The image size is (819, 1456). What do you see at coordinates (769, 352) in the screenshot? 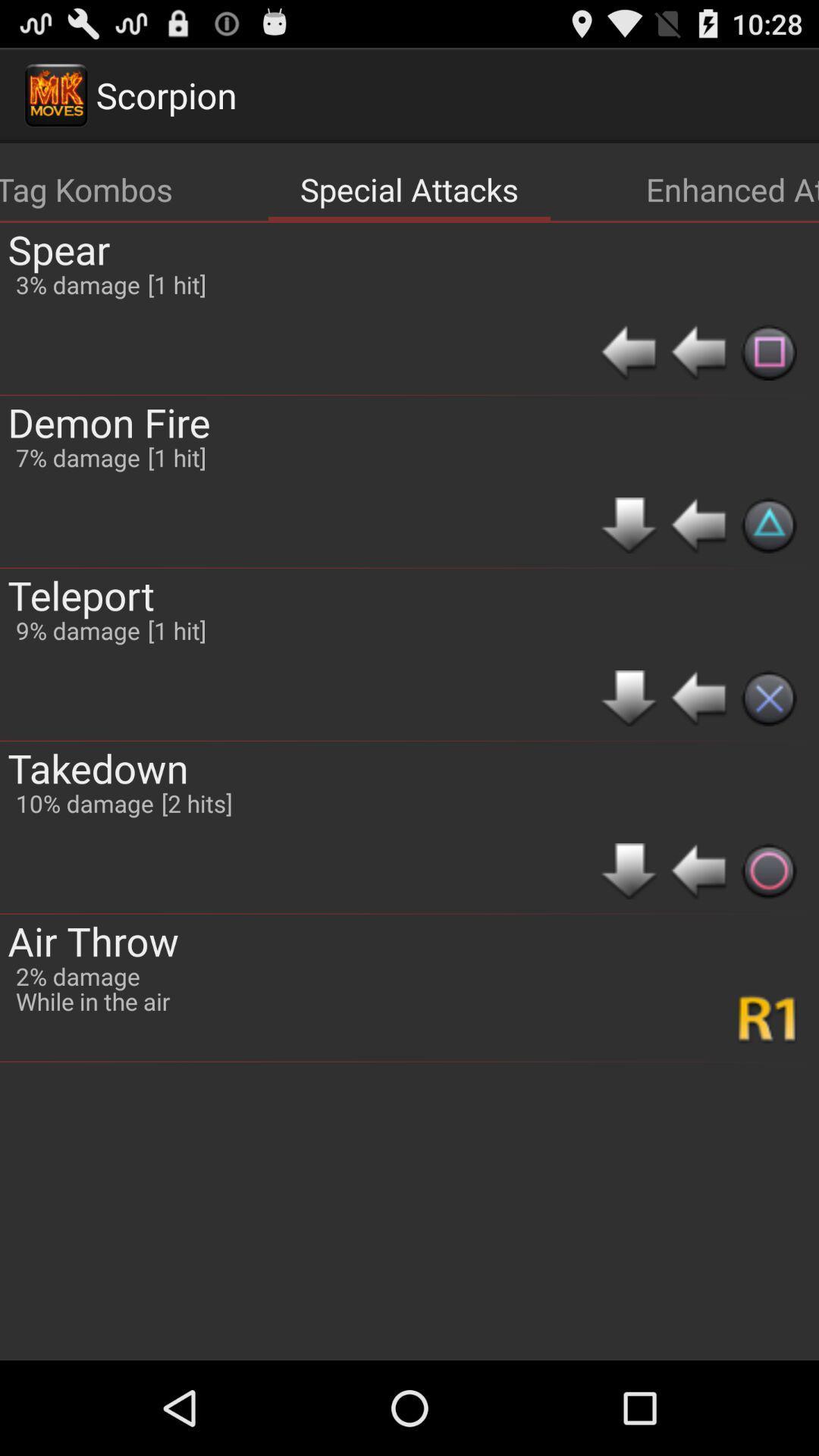
I see `icon below enhanced attacks app` at bounding box center [769, 352].